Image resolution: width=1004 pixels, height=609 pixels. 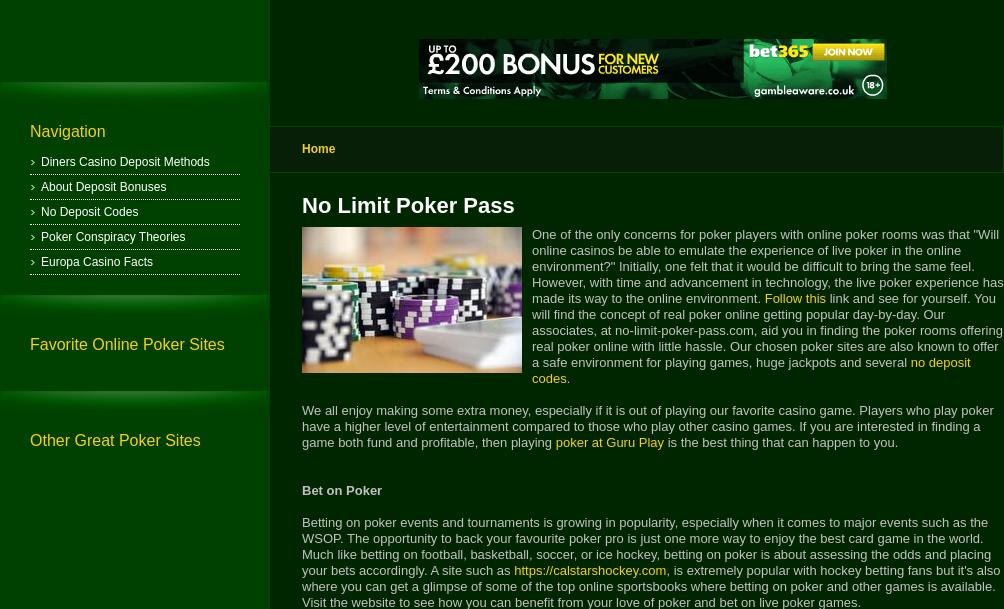 I want to click on 'Other Great Poker Sites', so click(x=114, y=440).